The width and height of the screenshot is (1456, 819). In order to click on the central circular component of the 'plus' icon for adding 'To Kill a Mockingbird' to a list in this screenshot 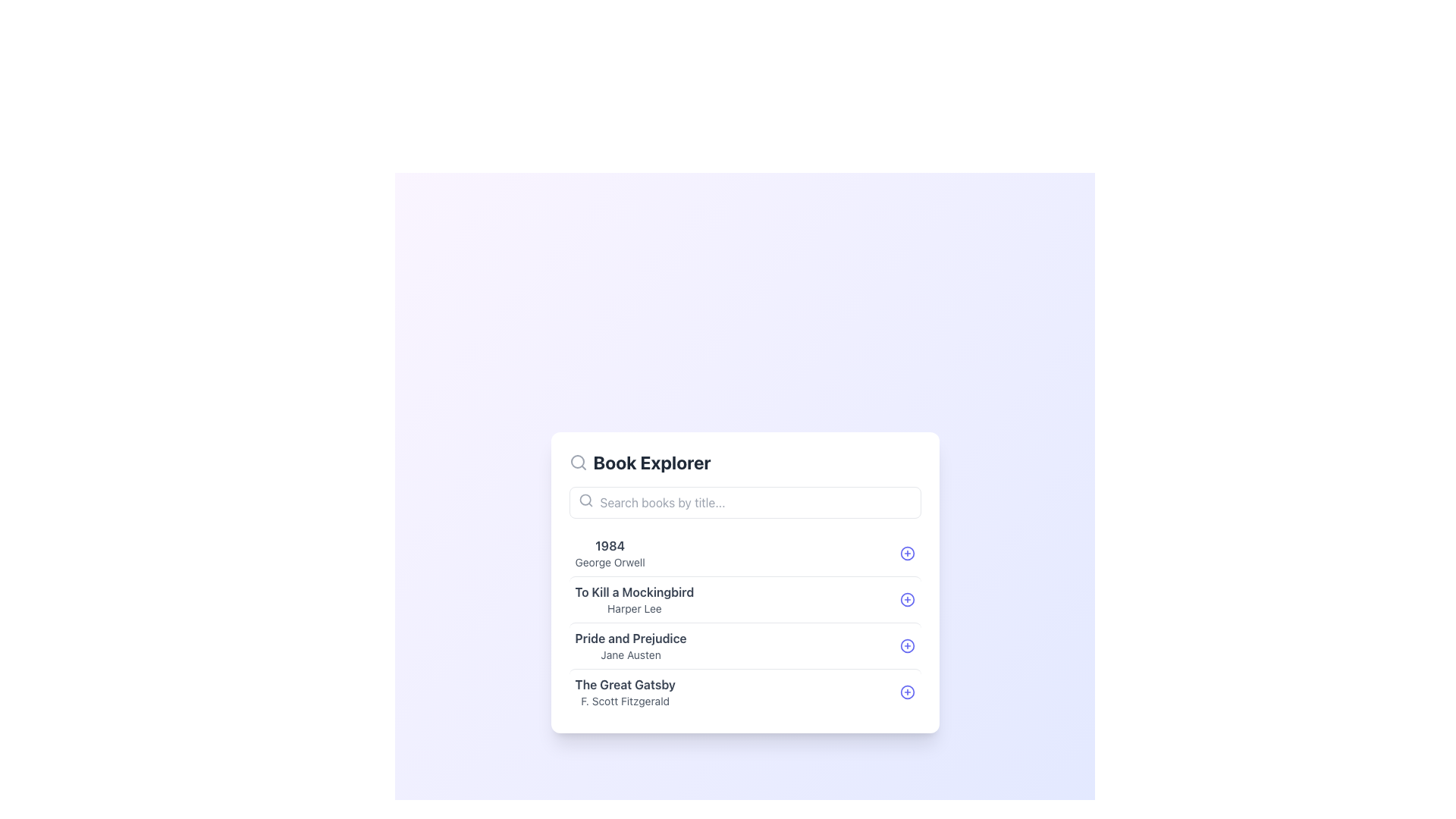, I will do `click(907, 598)`.